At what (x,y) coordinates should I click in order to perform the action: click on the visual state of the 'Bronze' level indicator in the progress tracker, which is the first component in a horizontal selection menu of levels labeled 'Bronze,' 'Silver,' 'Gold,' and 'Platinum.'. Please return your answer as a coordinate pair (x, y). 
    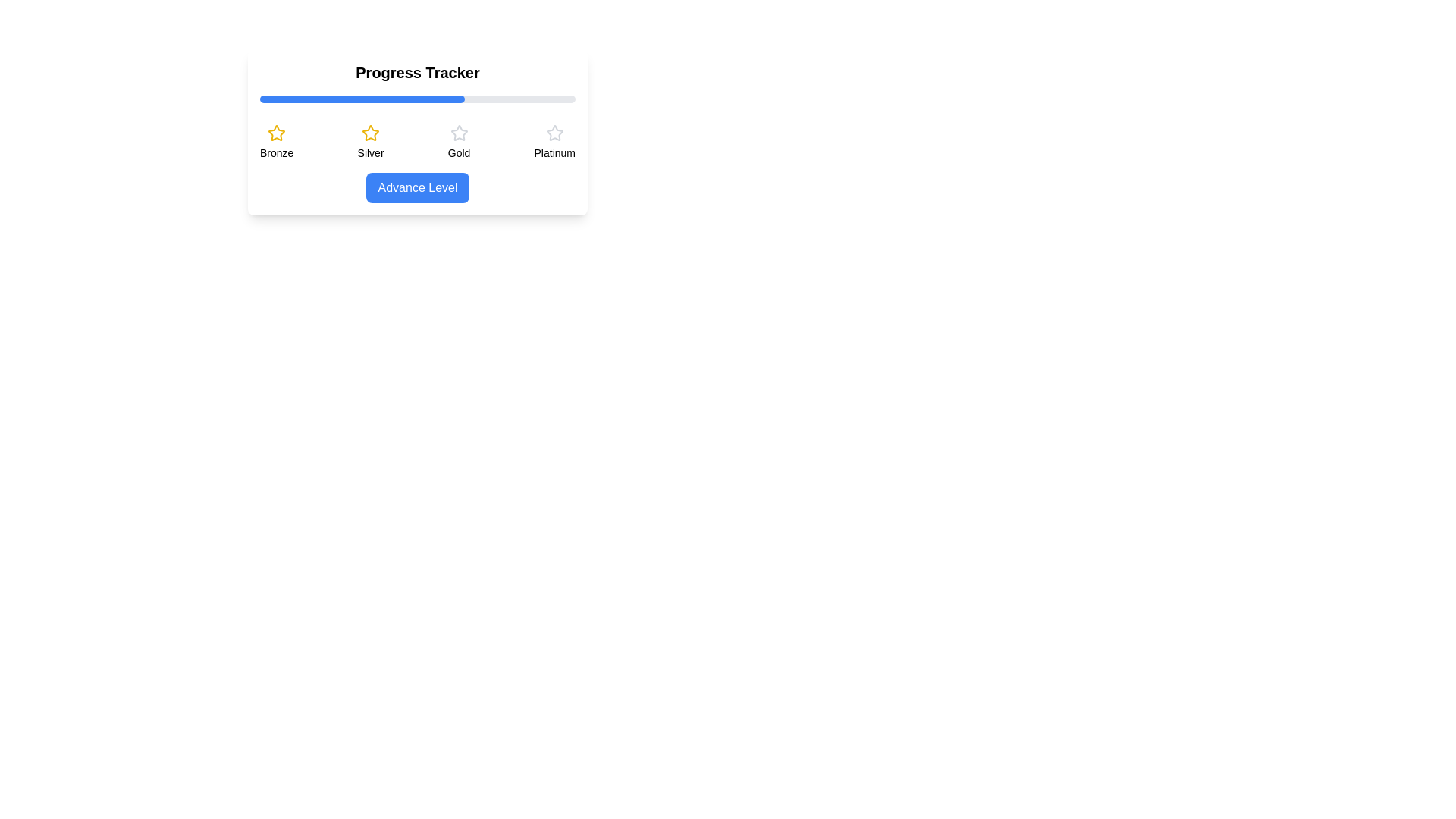
    Looking at the image, I should click on (277, 140).